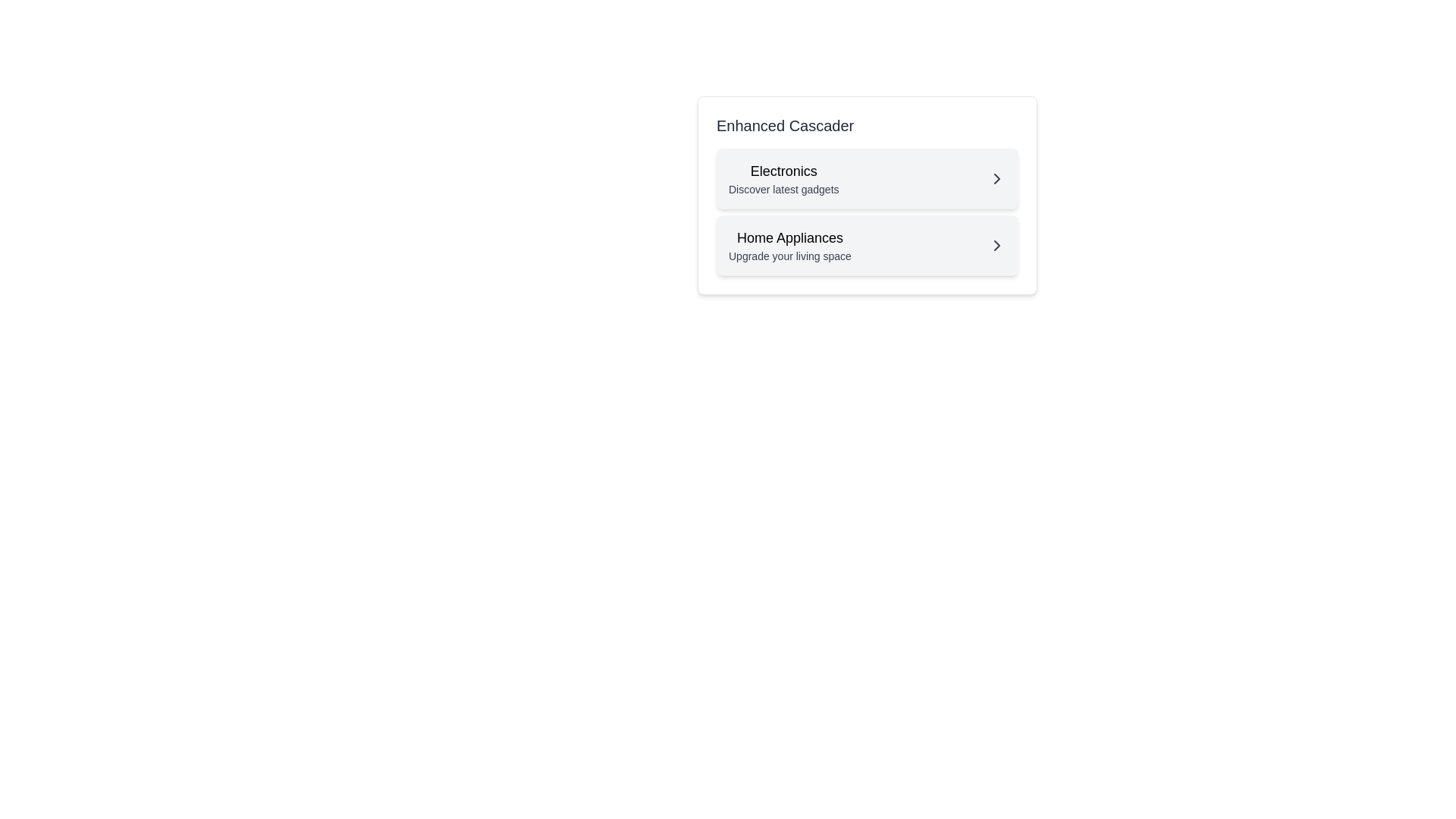 The image size is (1456, 819). I want to click on the Interactive navigation card labeled 'Electronics' that features a bold title and a rightward chevron icon, positioned within the 'Enhanced Cascader' panel, so click(867, 195).